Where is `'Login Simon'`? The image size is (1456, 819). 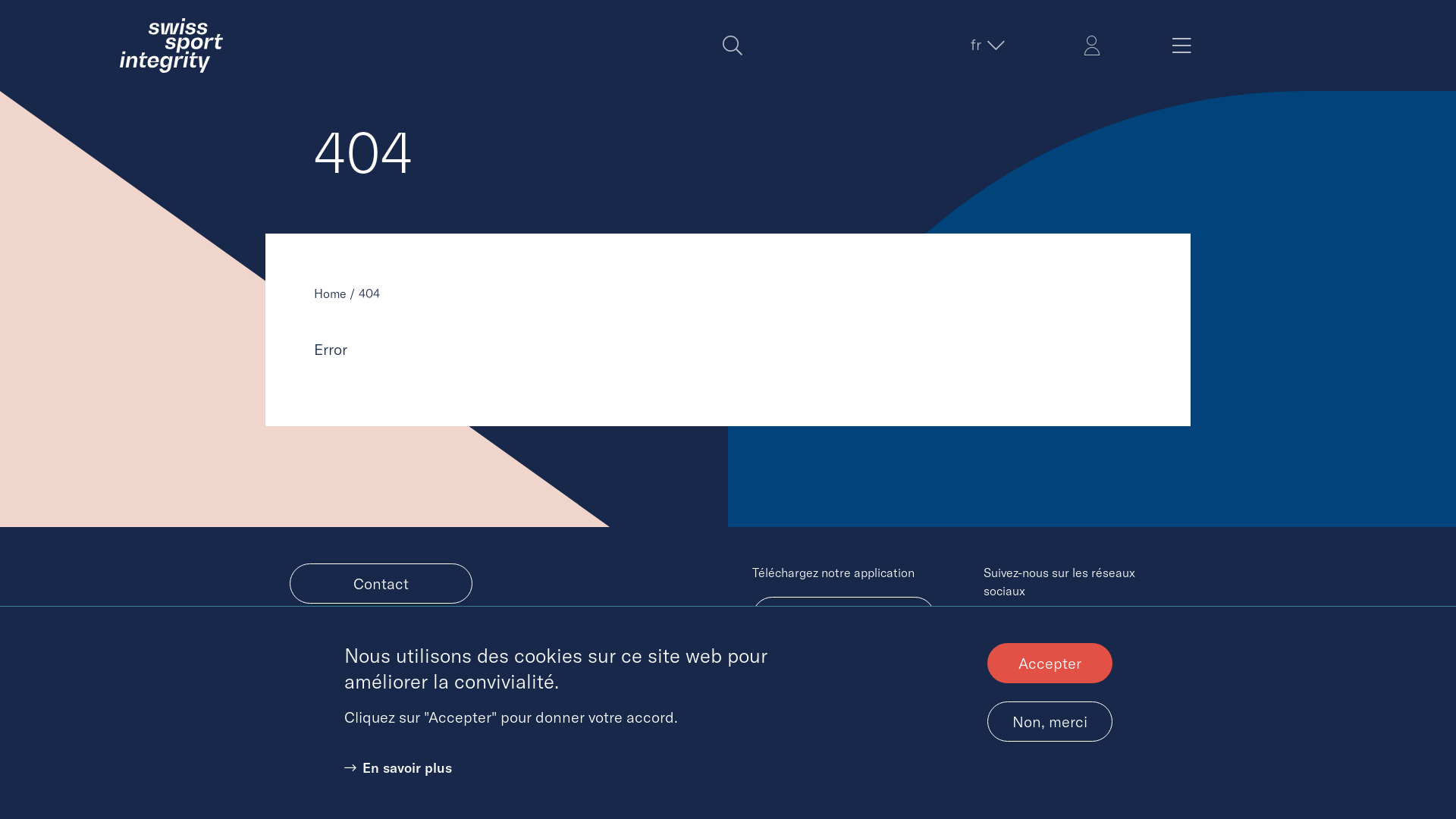
'Login Simon' is located at coordinates (1092, 45).